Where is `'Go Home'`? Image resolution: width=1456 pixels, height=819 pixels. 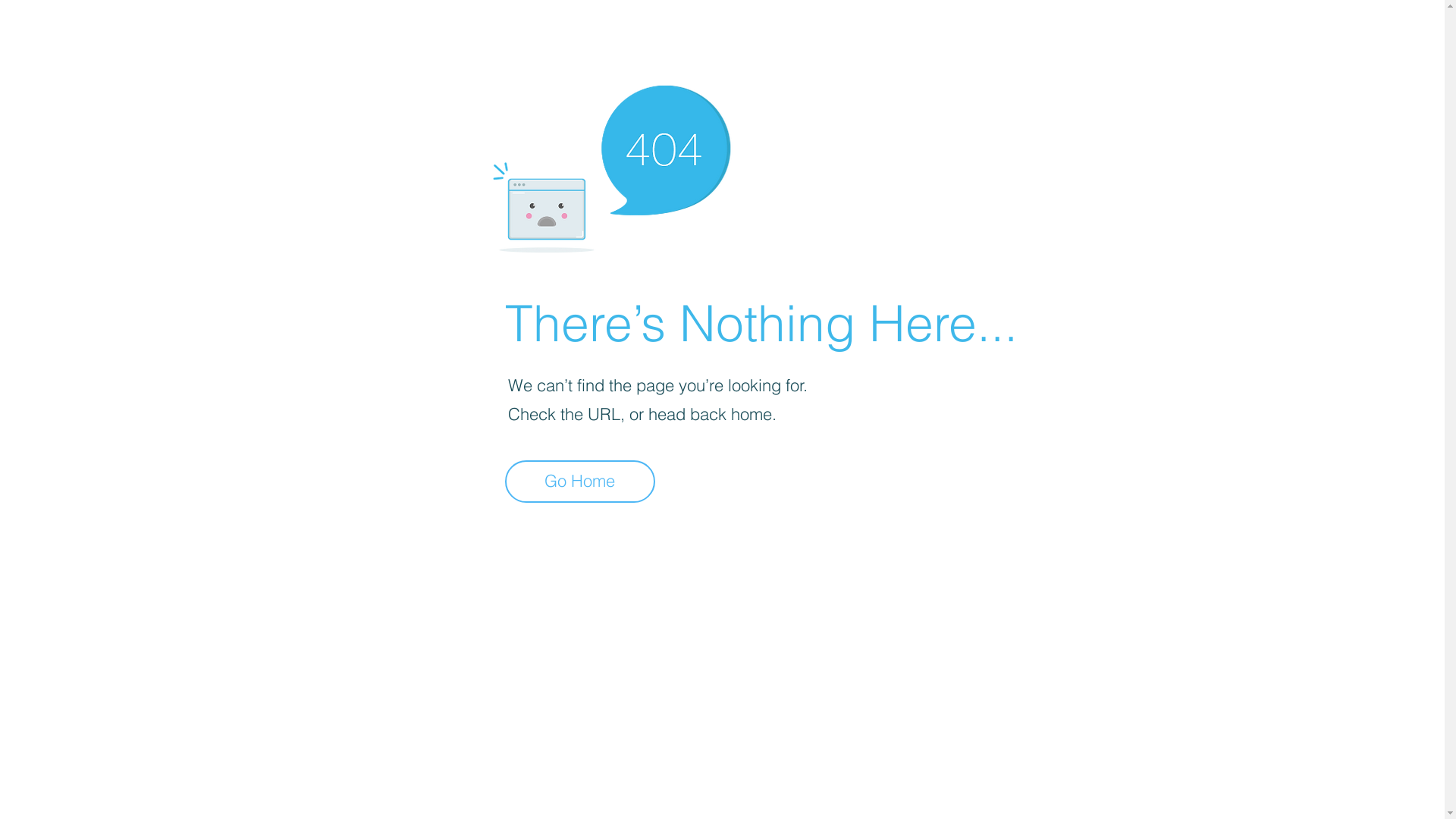 'Go Home' is located at coordinates (579, 482).